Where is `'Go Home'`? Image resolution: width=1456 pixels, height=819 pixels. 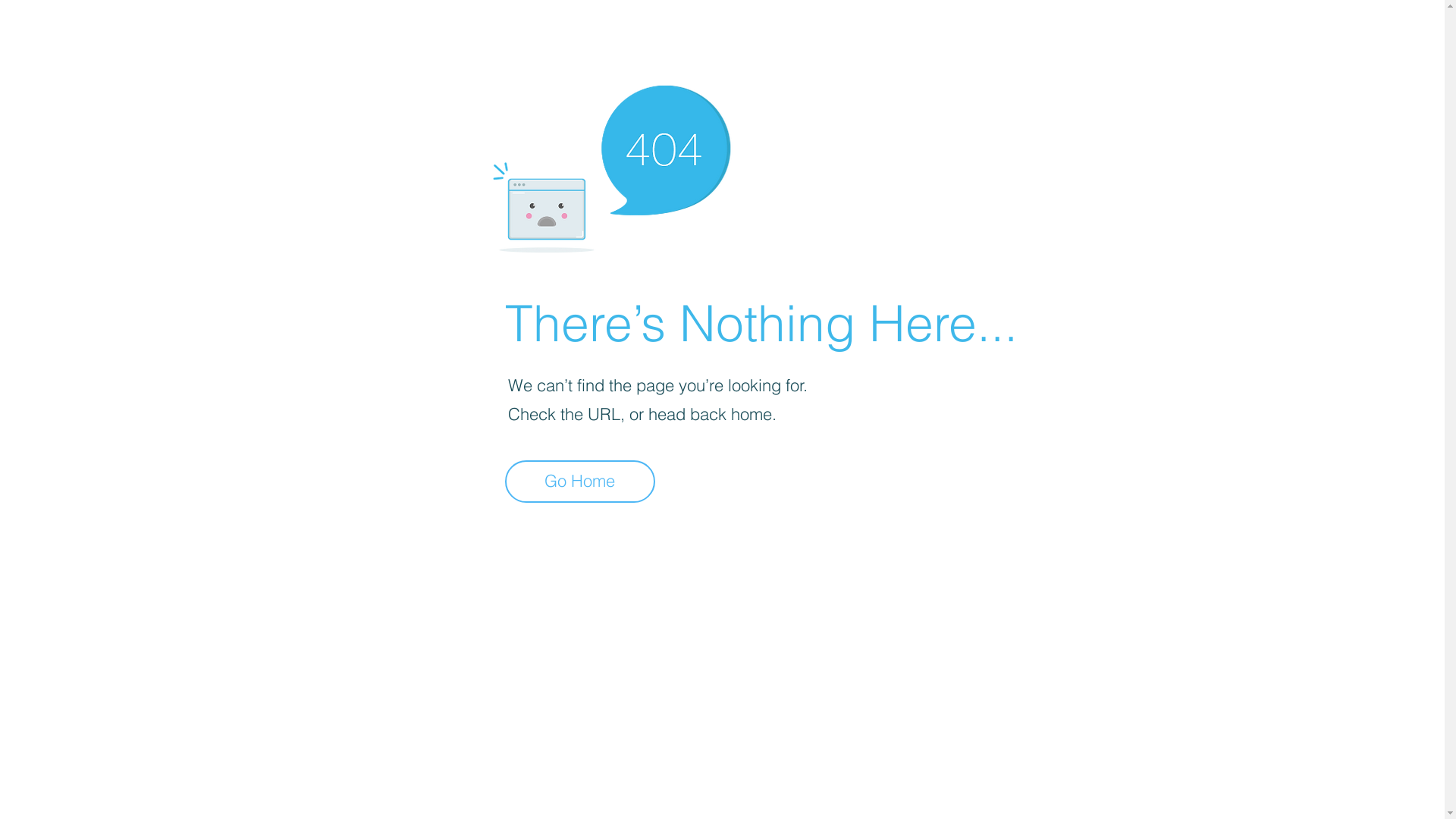 'Go Home' is located at coordinates (579, 482).